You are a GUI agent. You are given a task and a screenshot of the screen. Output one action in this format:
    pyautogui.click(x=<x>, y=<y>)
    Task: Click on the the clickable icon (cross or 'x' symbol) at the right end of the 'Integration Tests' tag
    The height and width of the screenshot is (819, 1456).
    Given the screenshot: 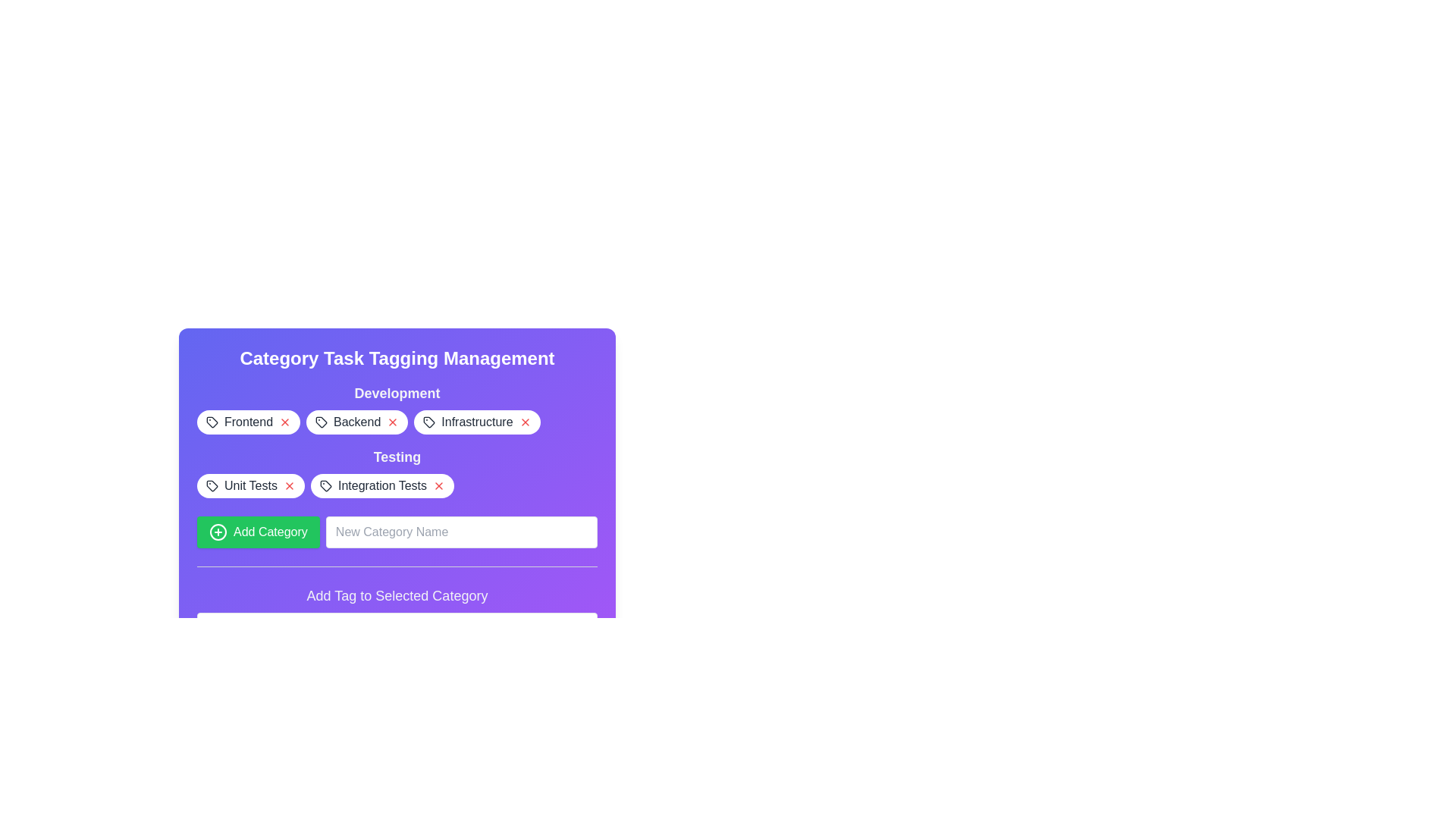 What is the action you would take?
    pyautogui.click(x=438, y=485)
    